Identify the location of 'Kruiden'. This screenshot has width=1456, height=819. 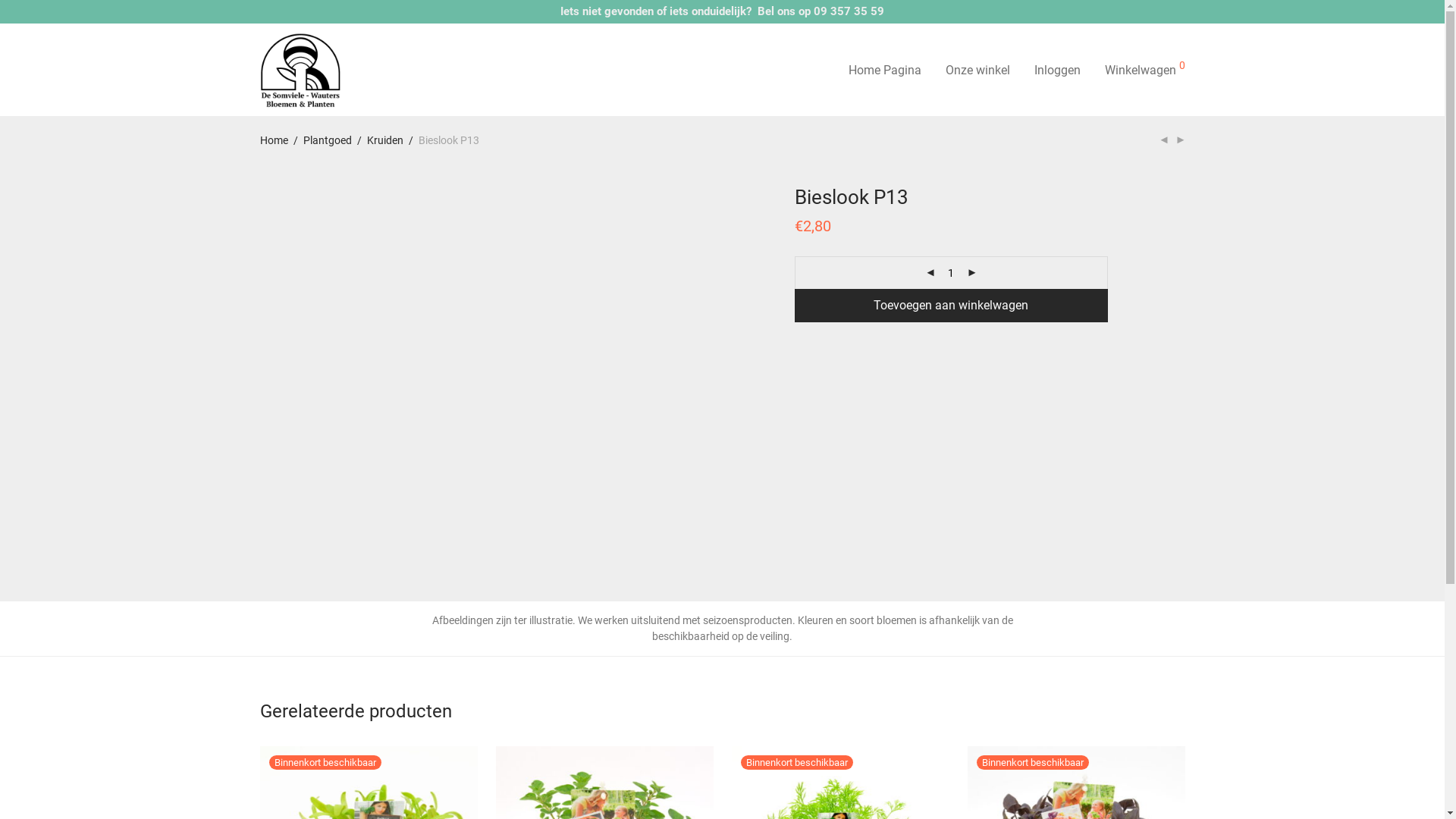
(385, 140).